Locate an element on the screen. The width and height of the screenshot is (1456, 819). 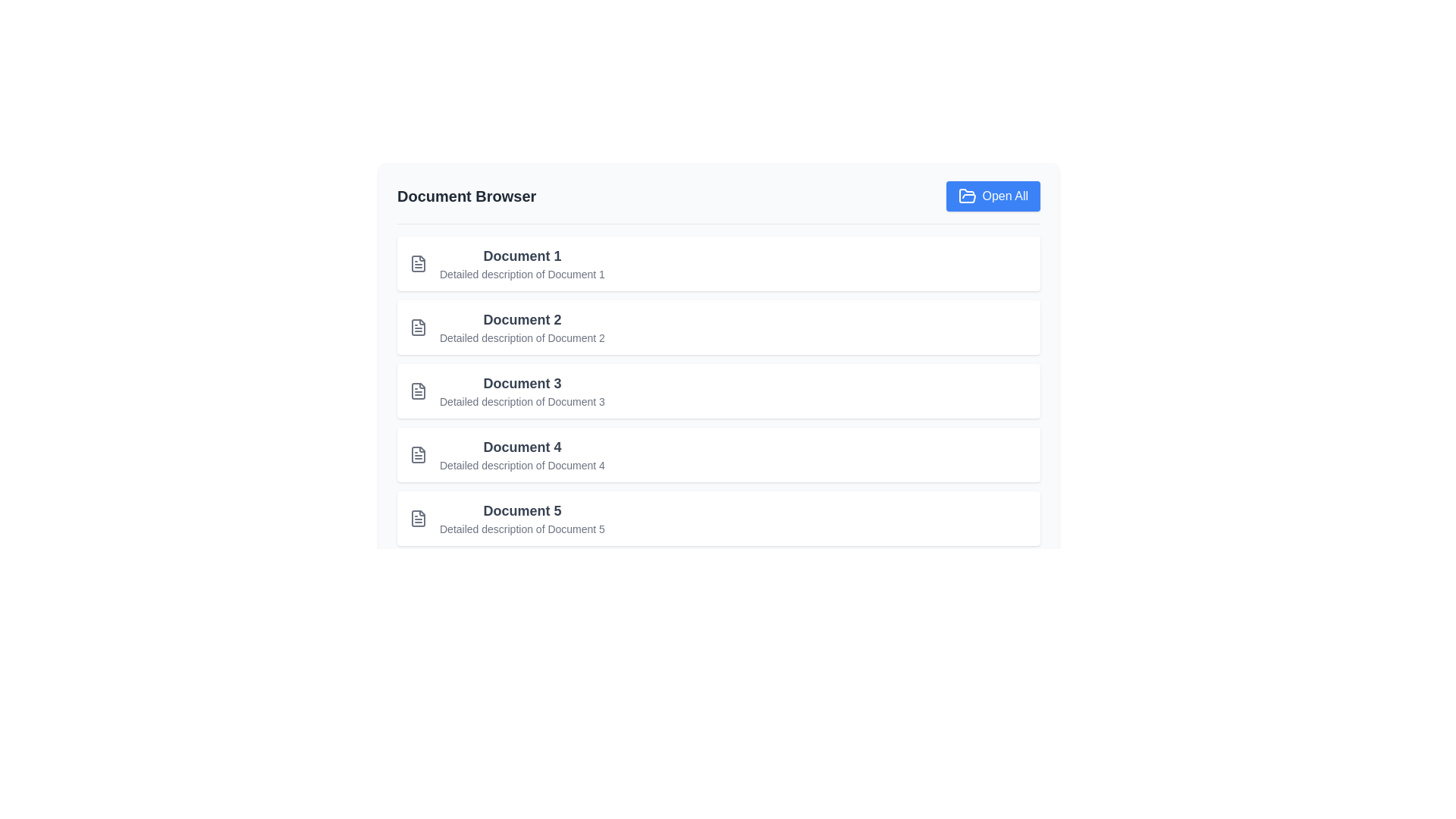
the text label providing additional details about 'Document 2', located directly below the heading is located at coordinates (522, 337).